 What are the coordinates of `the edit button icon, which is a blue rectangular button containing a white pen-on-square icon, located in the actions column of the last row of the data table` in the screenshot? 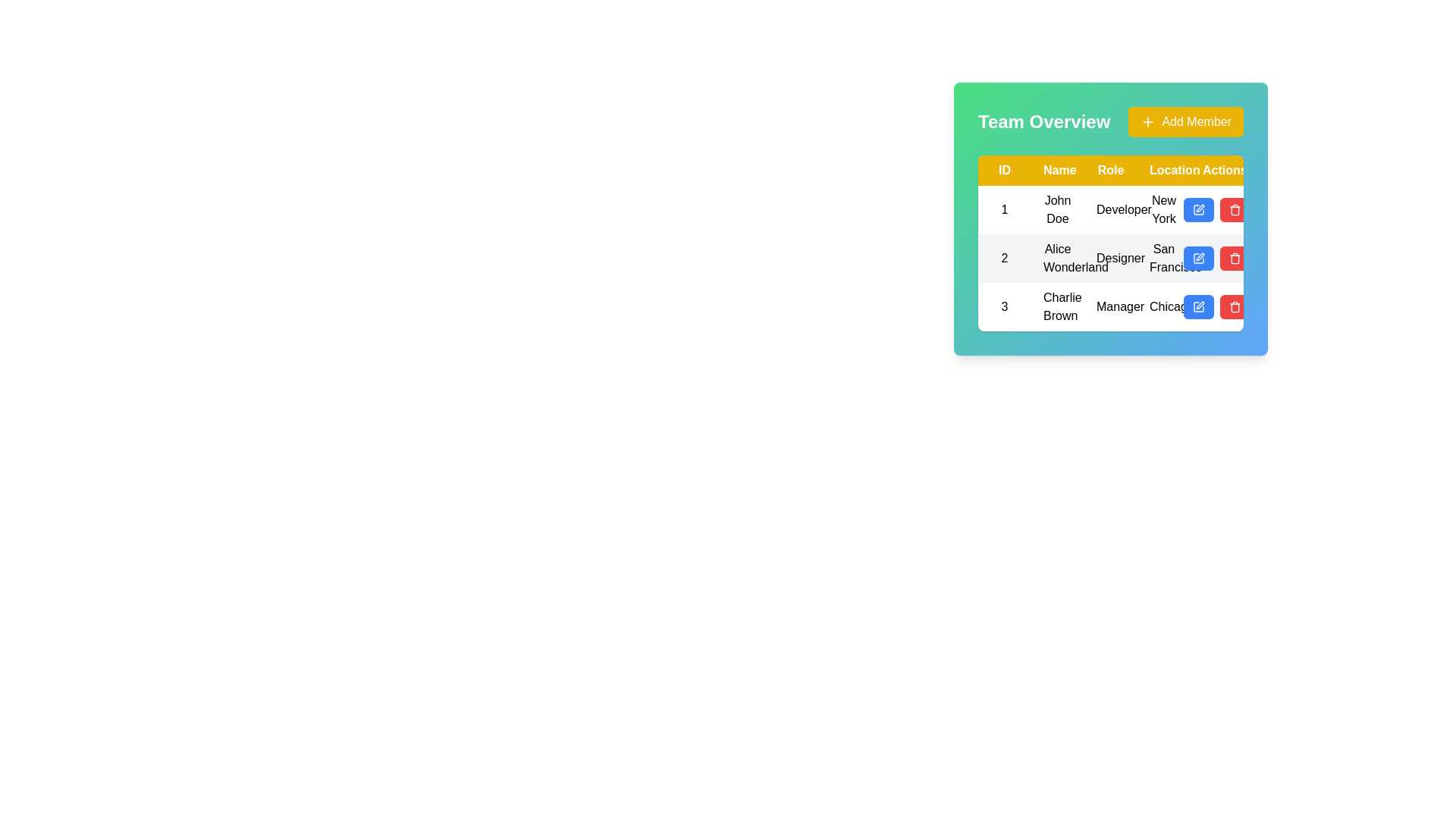 It's located at (1197, 307).